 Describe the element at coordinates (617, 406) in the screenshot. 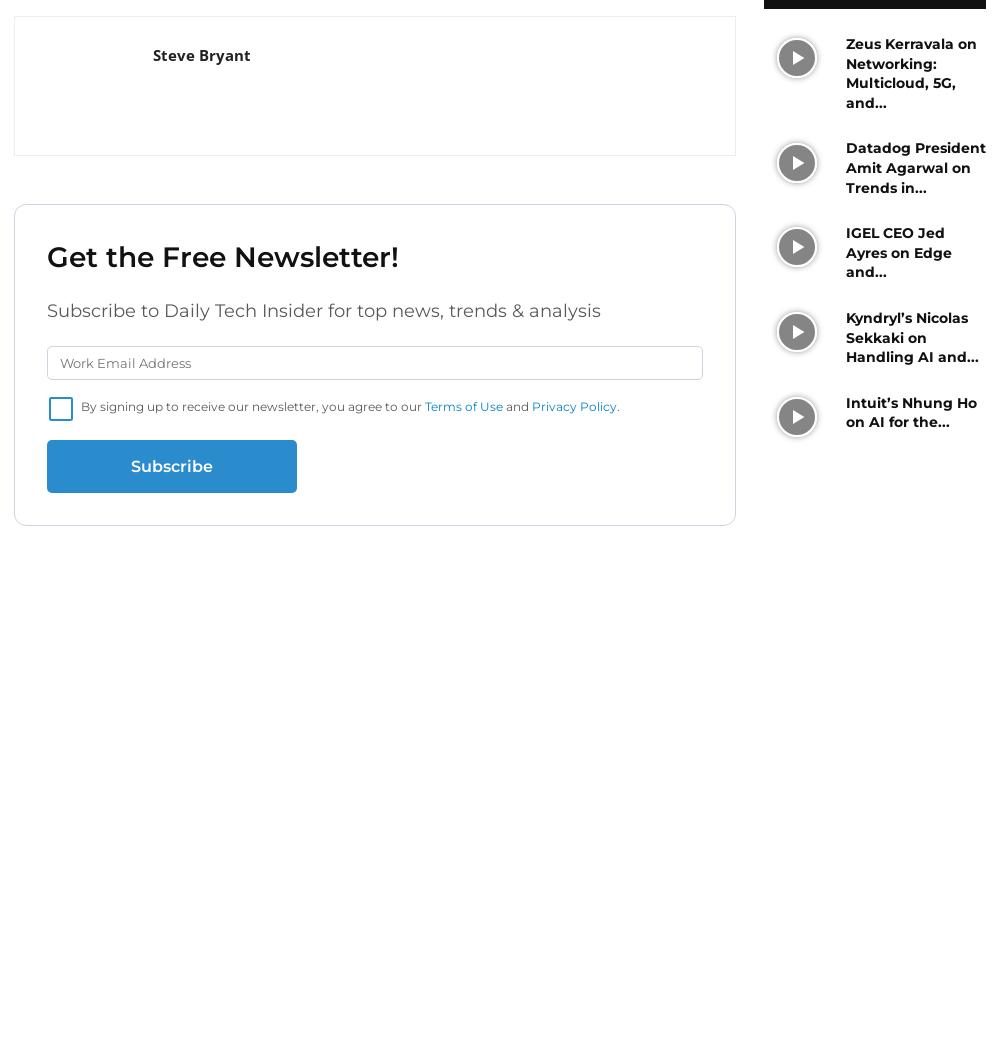

I see `'.'` at that location.